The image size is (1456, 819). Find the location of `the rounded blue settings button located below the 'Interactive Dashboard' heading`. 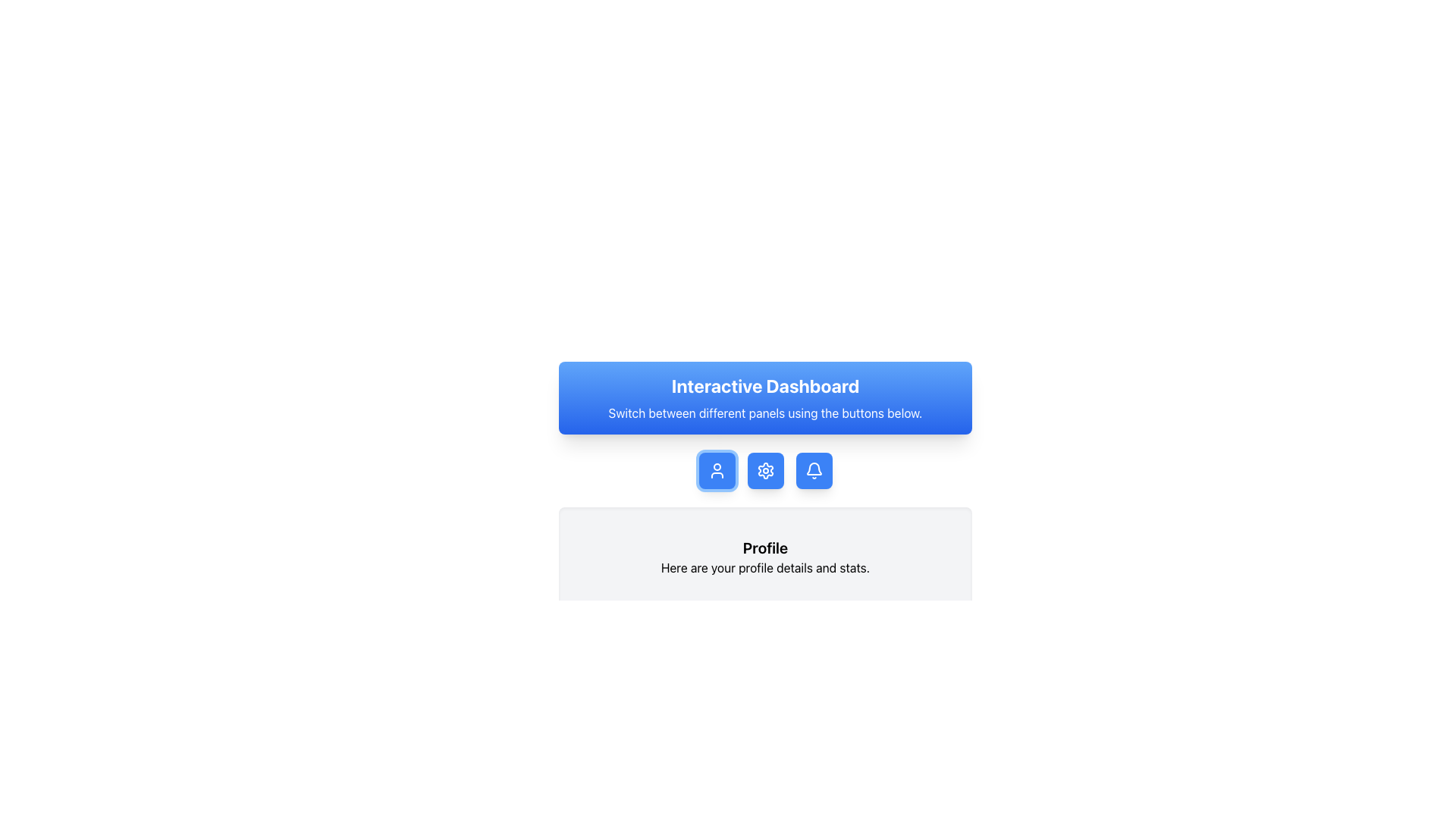

the rounded blue settings button located below the 'Interactive Dashboard' heading is located at coordinates (765, 470).